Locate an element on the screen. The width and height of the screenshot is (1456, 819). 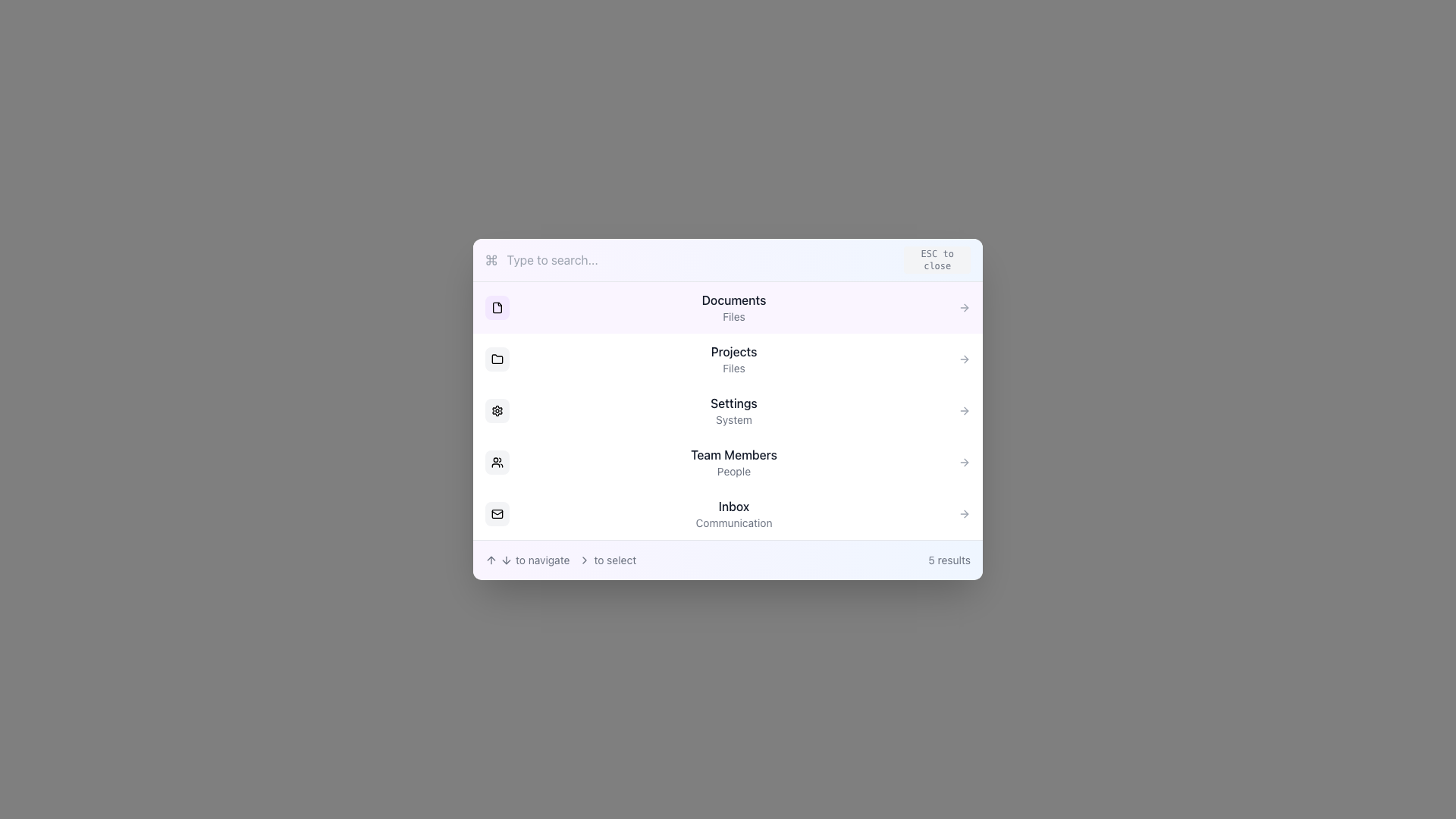
the right-facing arrow icon indicating navigation, located at the far right end of the 'Inbox' row with the subtext 'Communication' is located at coordinates (964, 513).